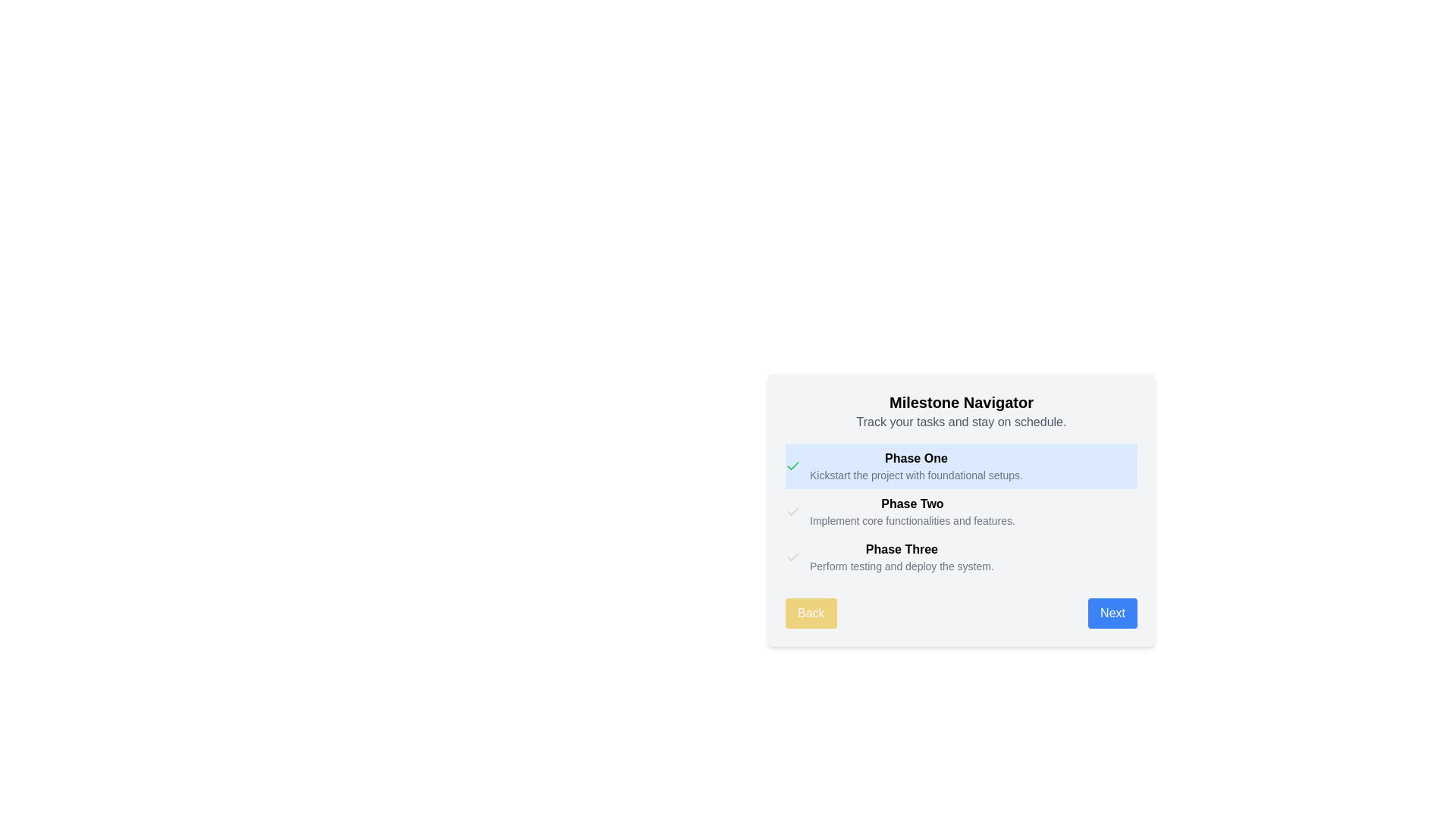 The width and height of the screenshot is (1456, 819). Describe the element at coordinates (915, 465) in the screenshot. I see `the Static Text Block with Descriptive Layers that describes the first phase of the project in the Milestone Navigator interface` at that location.